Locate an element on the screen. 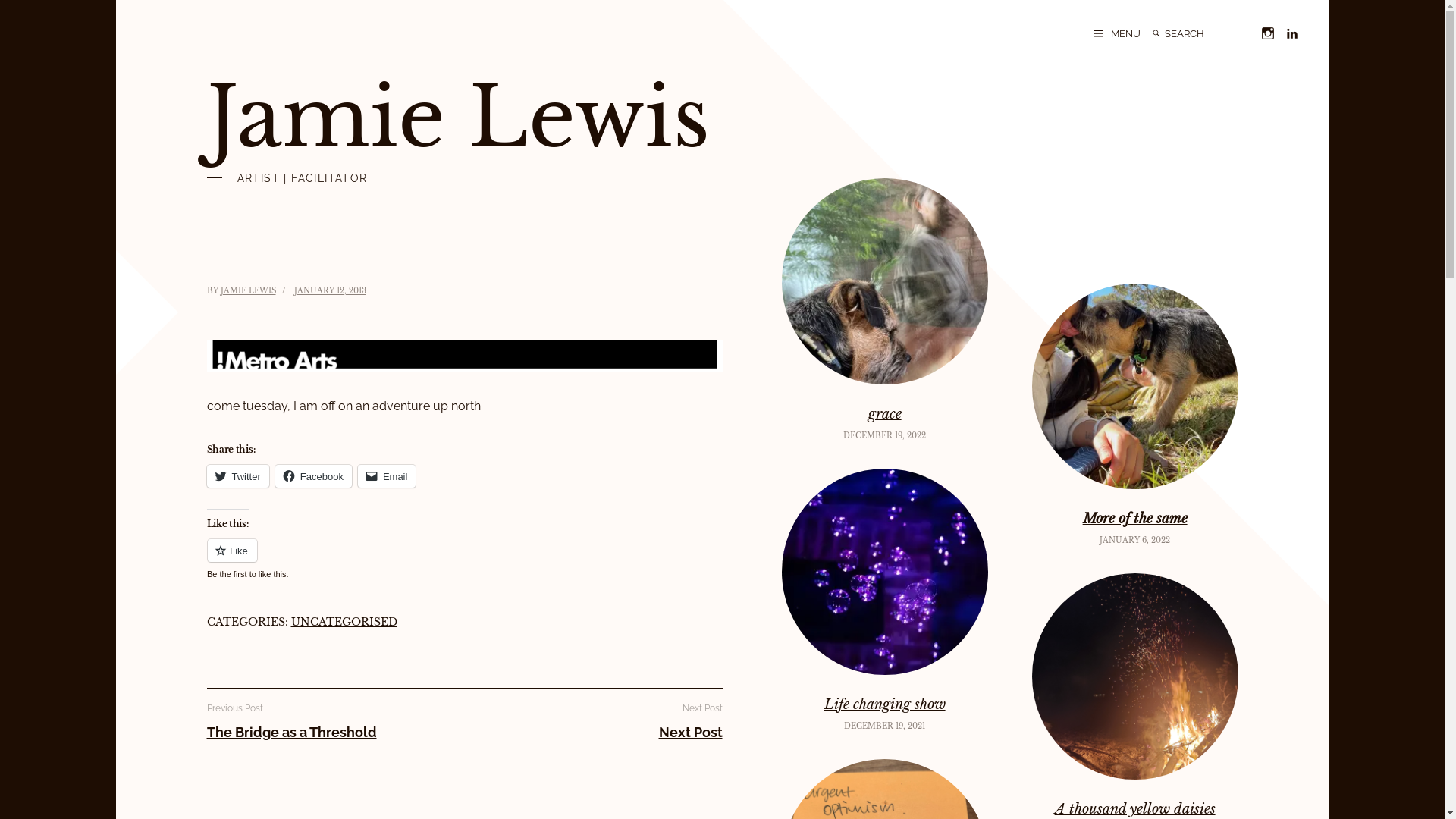 Image resolution: width=1456 pixels, height=819 pixels. 'Facebook' is located at coordinates (312, 475).